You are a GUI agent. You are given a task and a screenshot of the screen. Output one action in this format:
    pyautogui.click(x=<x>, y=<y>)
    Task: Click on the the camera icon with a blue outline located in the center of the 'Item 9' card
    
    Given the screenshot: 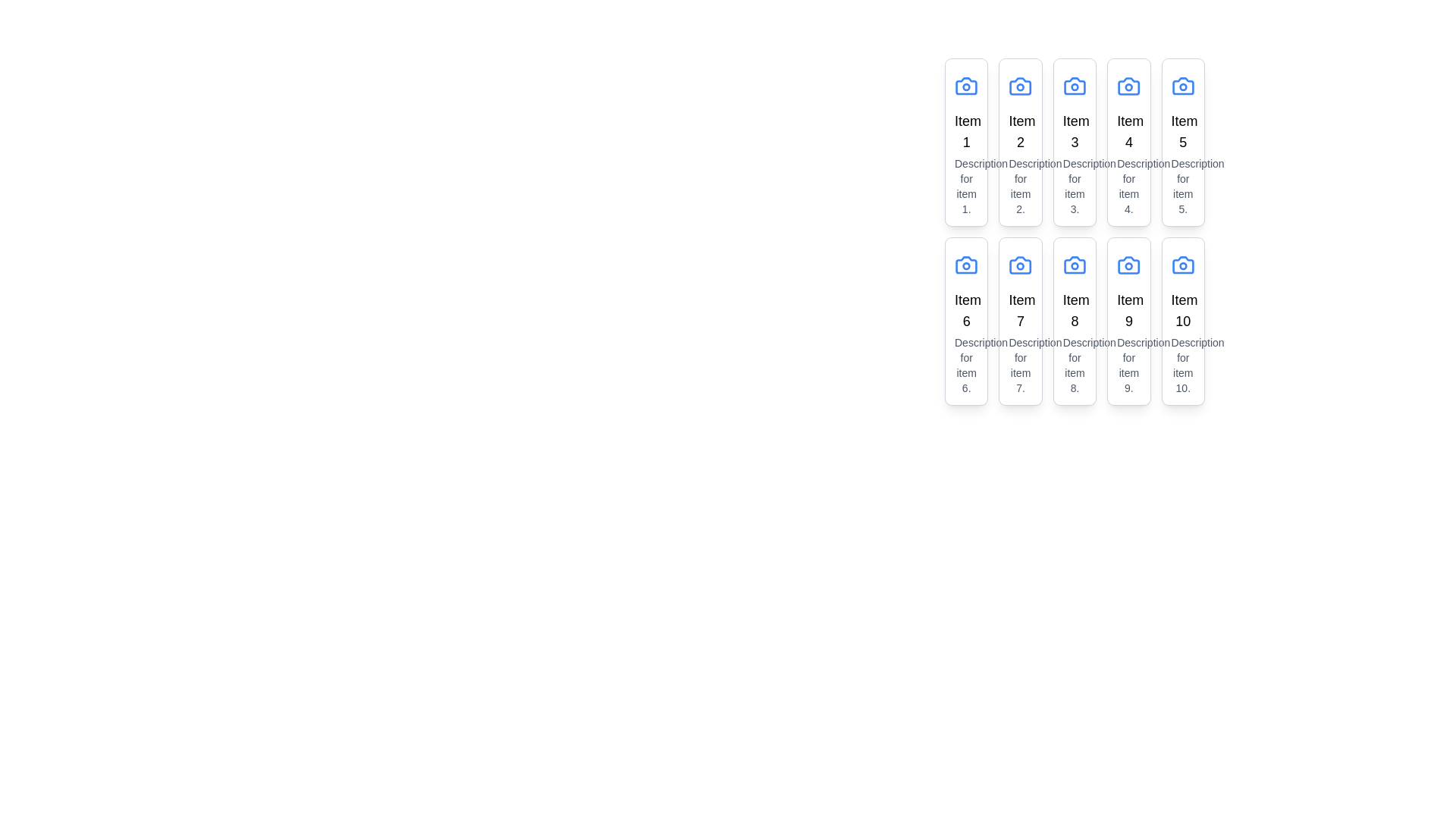 What is the action you would take?
    pyautogui.click(x=1128, y=265)
    